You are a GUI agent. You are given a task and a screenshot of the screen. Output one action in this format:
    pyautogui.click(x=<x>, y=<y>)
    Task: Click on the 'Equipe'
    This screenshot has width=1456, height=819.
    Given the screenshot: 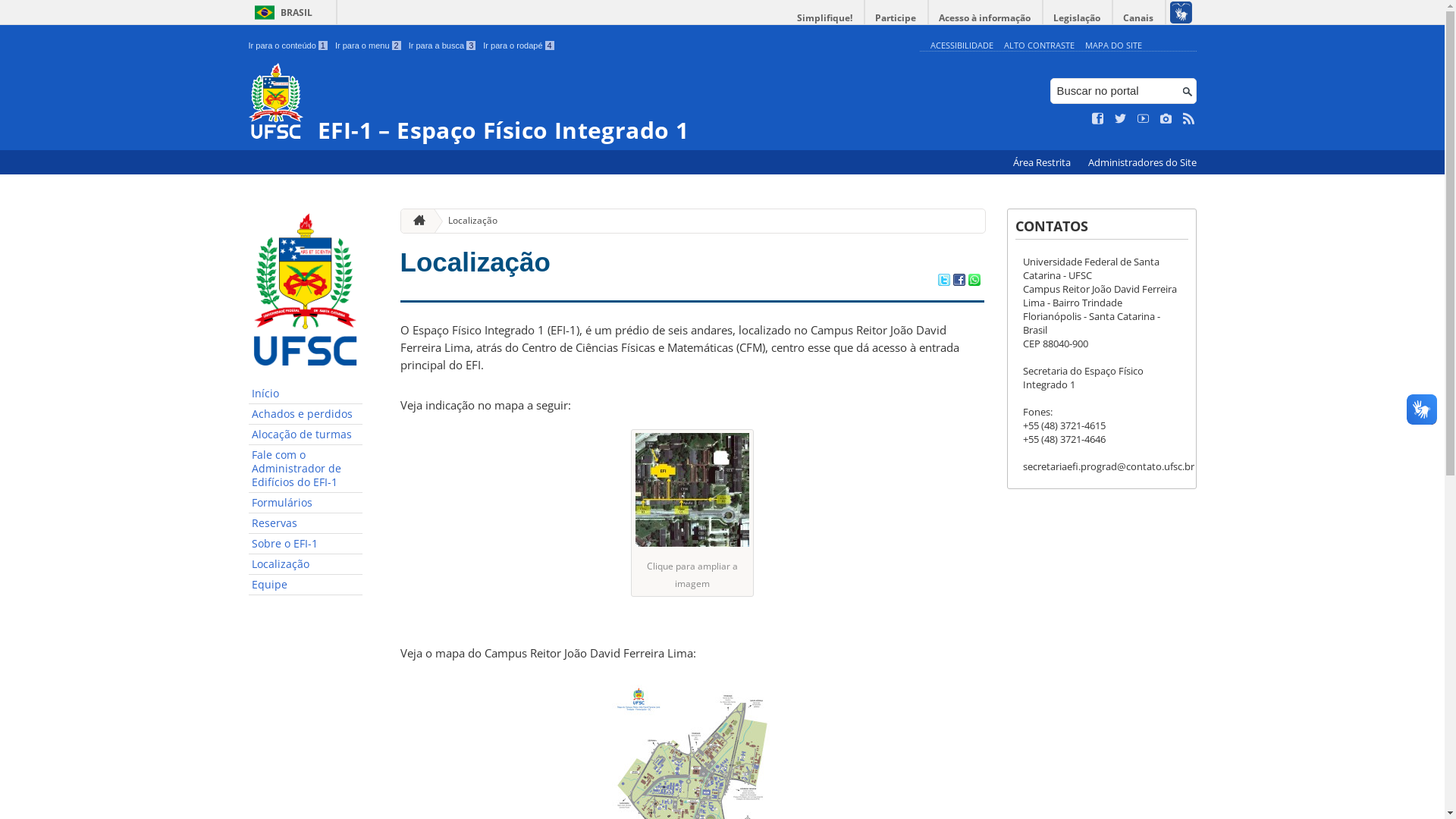 What is the action you would take?
    pyautogui.click(x=305, y=584)
    